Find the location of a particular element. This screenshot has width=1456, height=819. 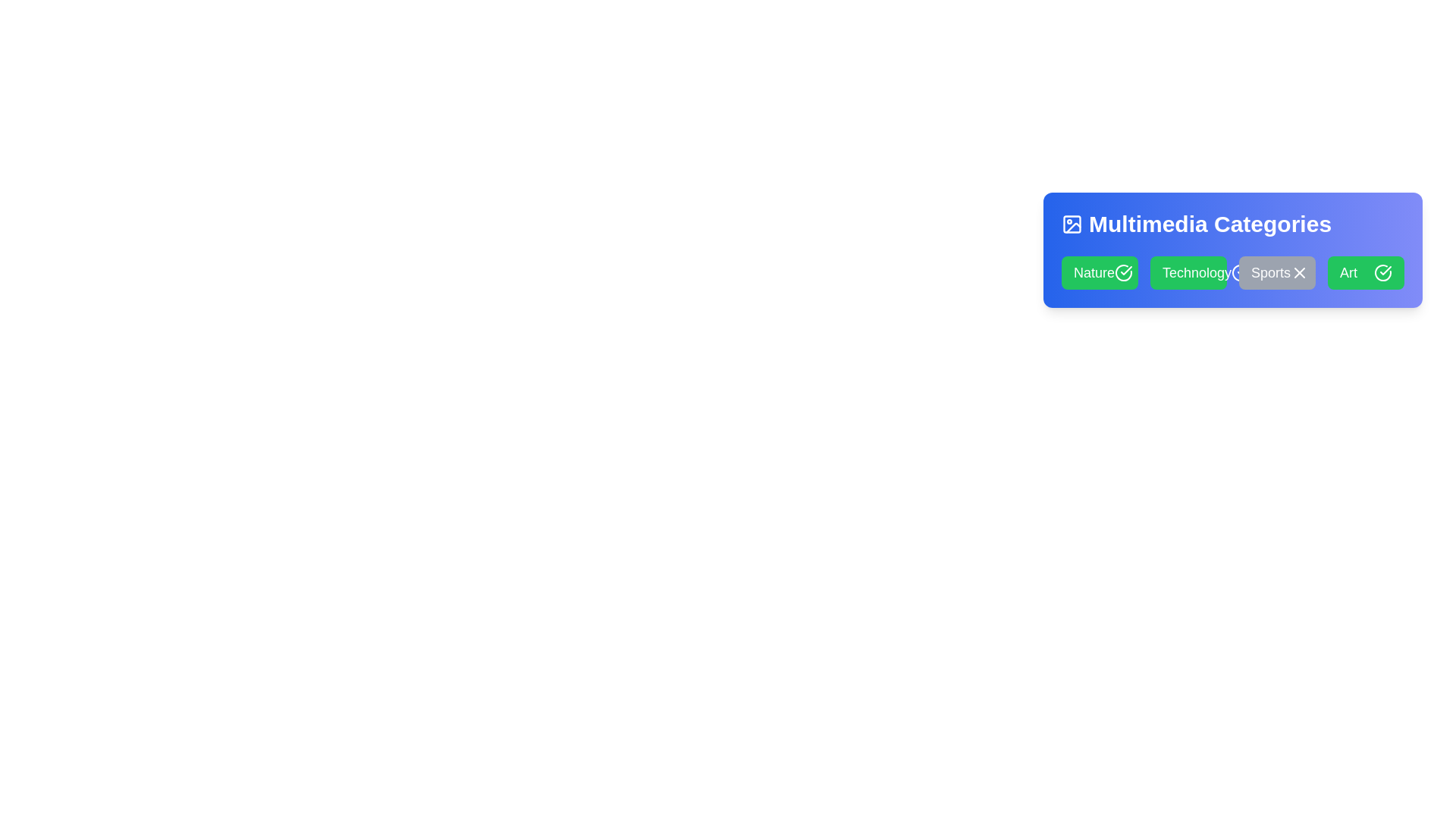

the circular green icon with a white checkmark inside, which is located adjacent to the text label 'Nature' in the green button labeled 'Nature' is located at coordinates (1124, 271).